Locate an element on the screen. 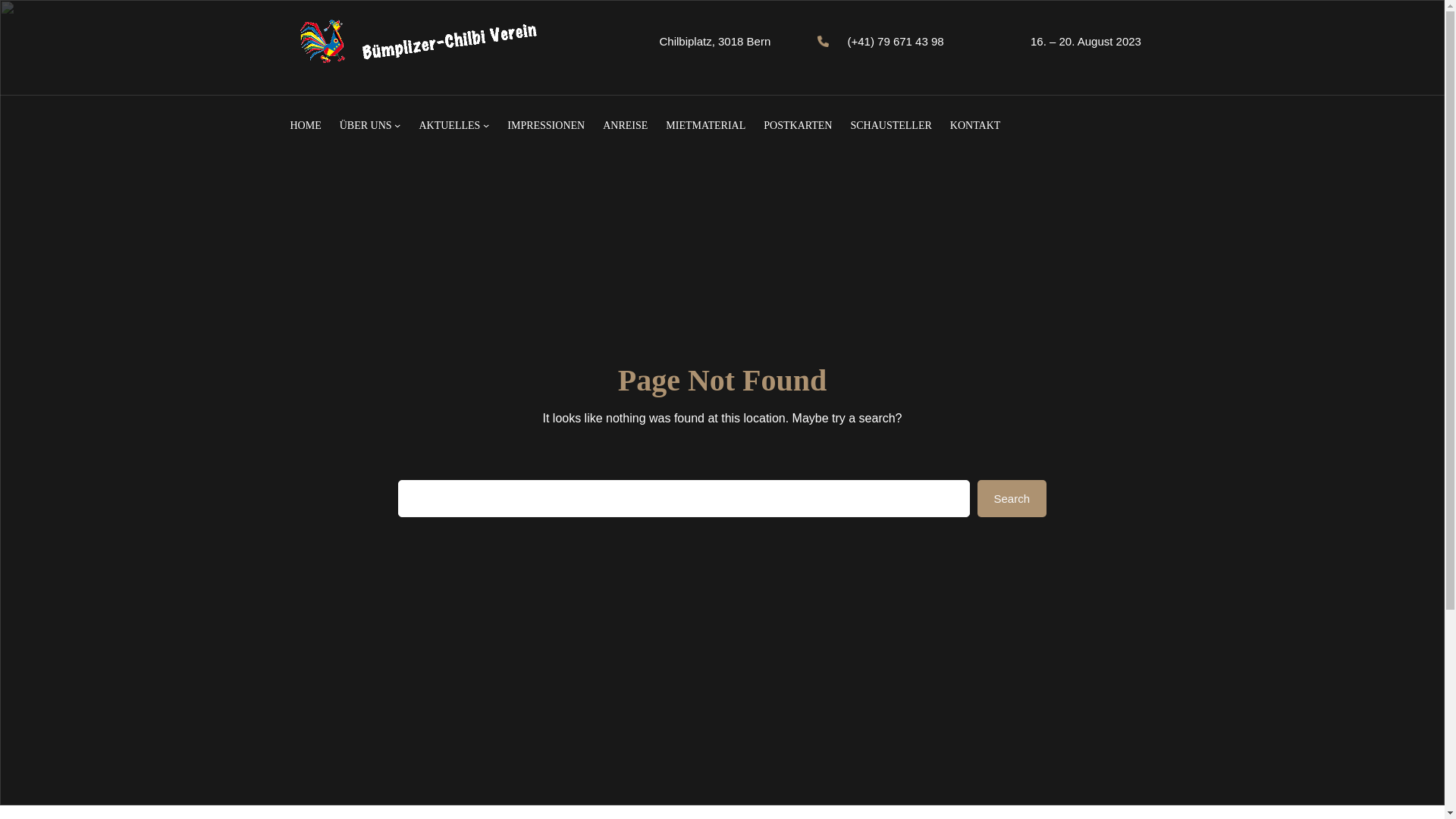 The image size is (1456, 819). 'MIETMATERIAL' is located at coordinates (666, 124).